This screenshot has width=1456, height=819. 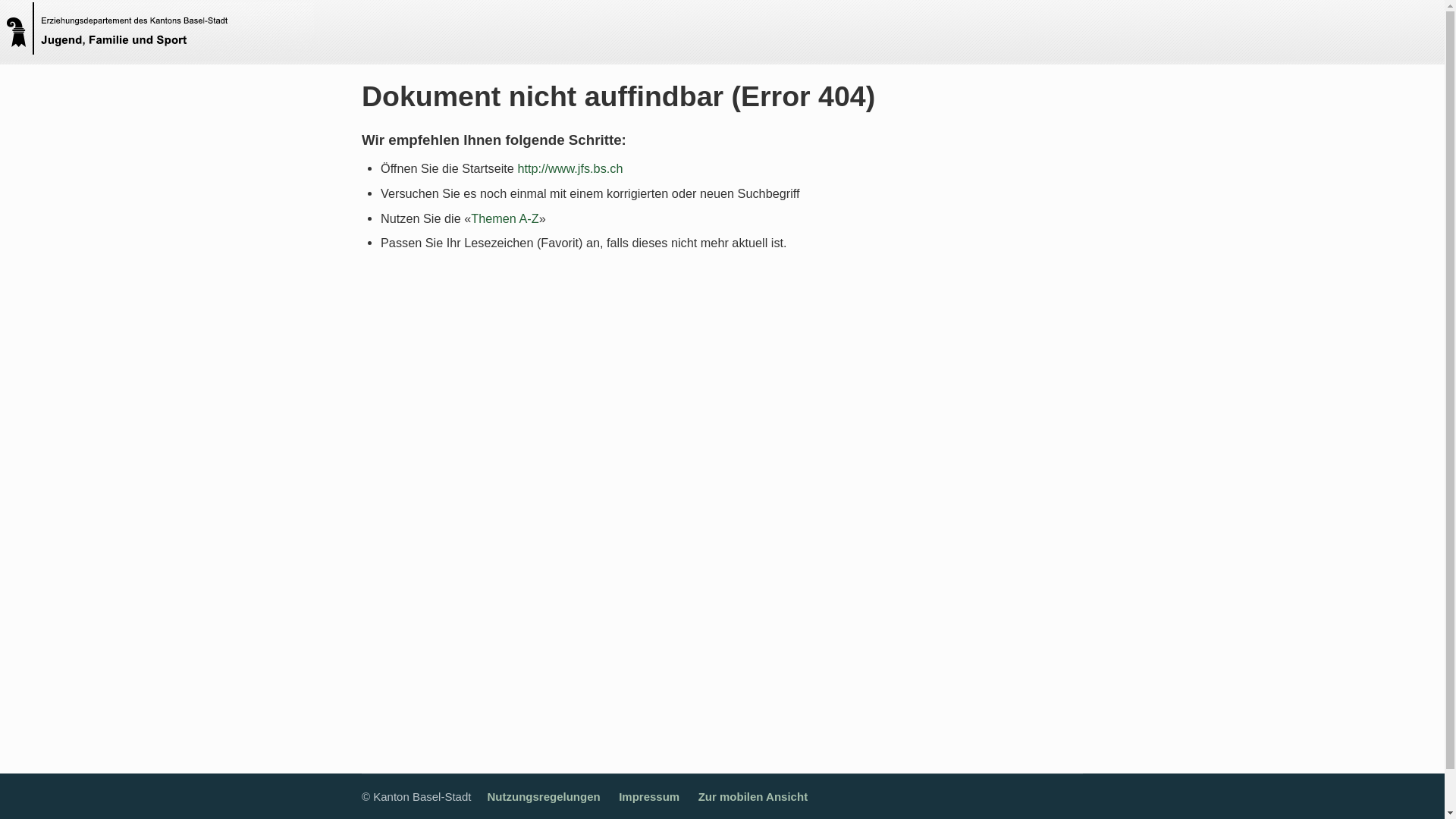 What do you see at coordinates (753, 795) in the screenshot?
I see `'Zur mobilen Ansicht'` at bounding box center [753, 795].